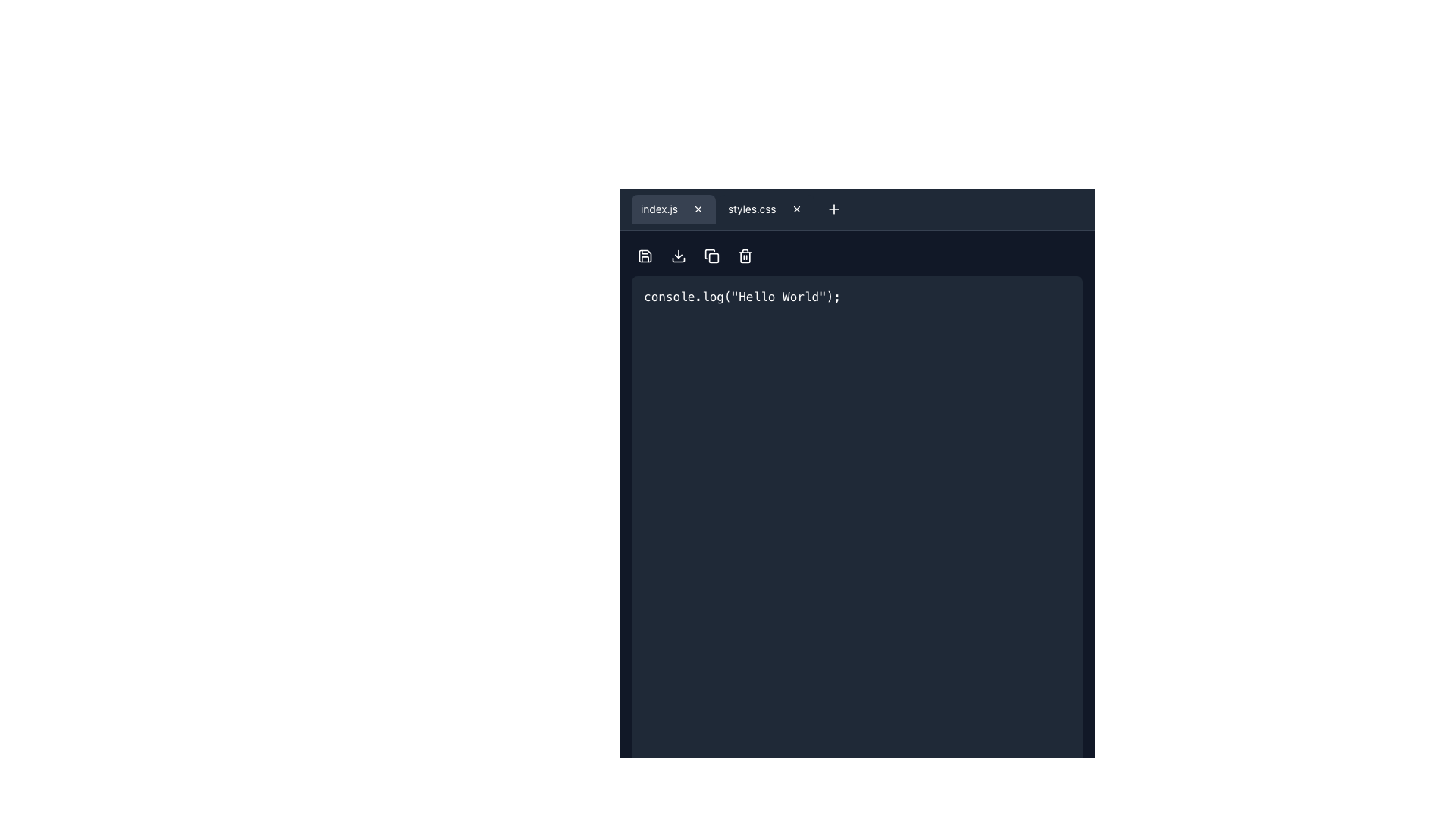  What do you see at coordinates (766, 209) in the screenshot?
I see `the 'X' icon on the second tab labeled 'styles.css' in the tabbed navigation interface` at bounding box center [766, 209].